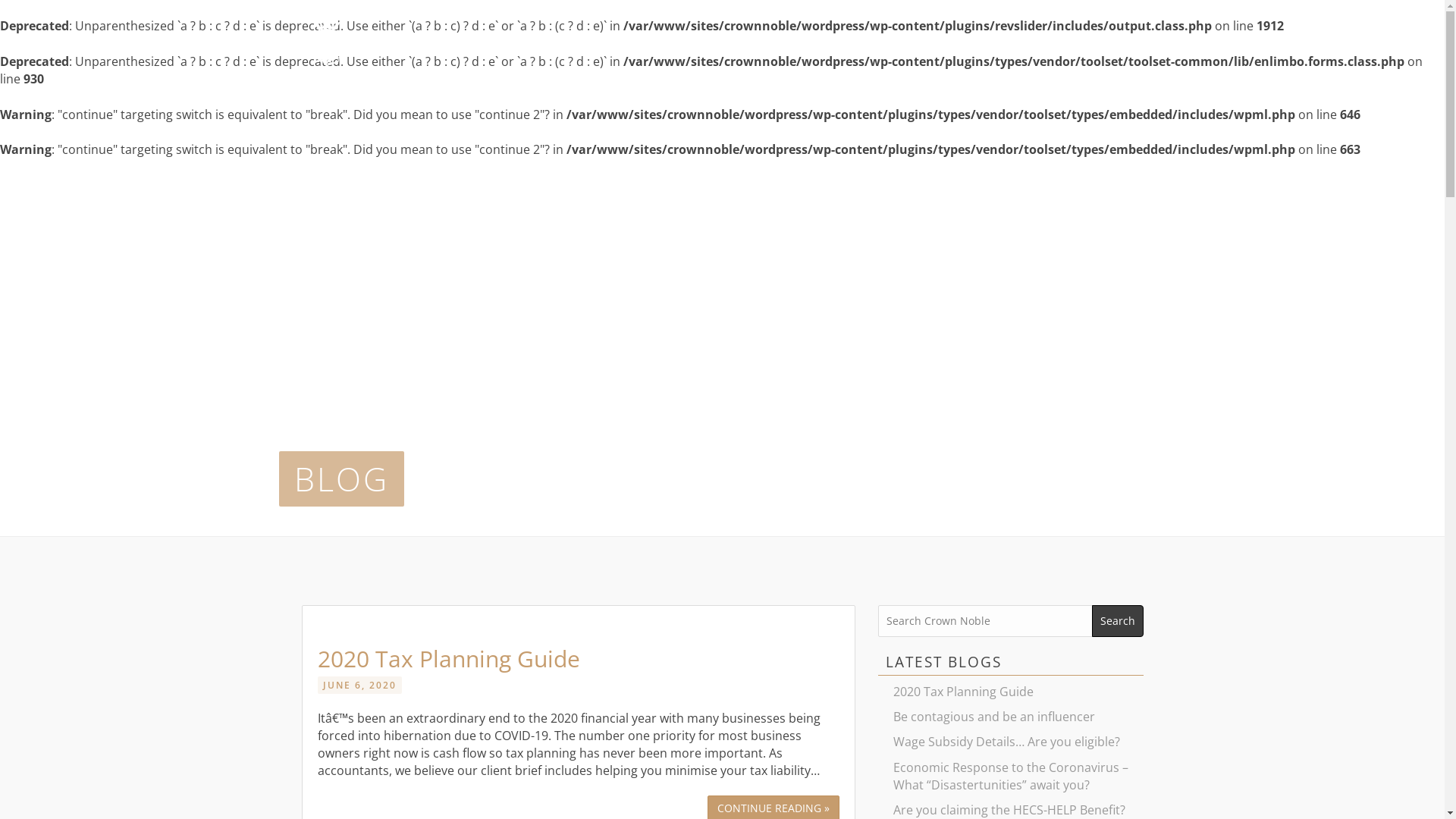  I want to click on 'CONTACT', so click(1113, 50).